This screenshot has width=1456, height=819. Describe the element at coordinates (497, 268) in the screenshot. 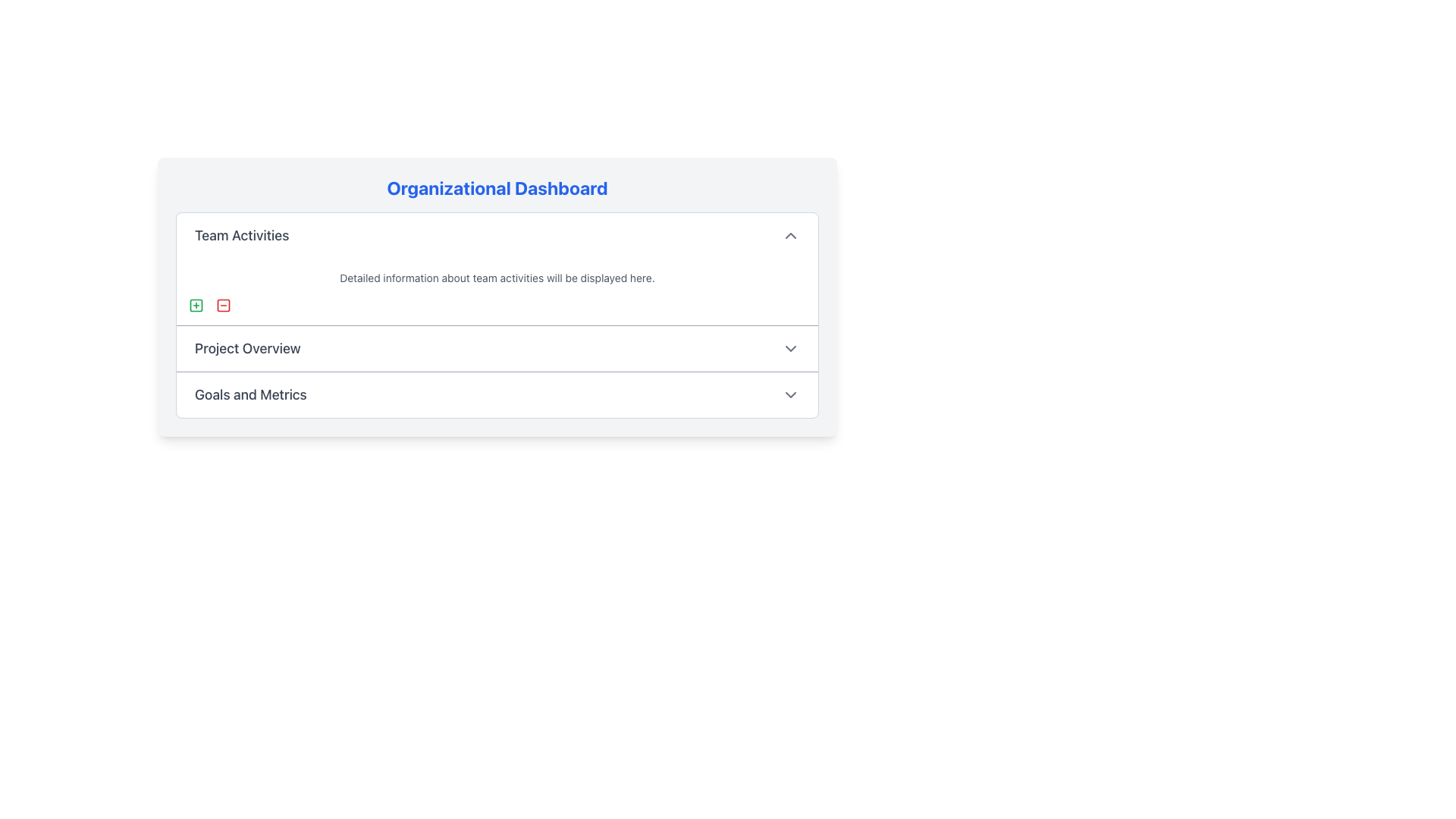

I see `descriptive text within the 'Team Activities' section, which provides detailed information about team activities` at that location.